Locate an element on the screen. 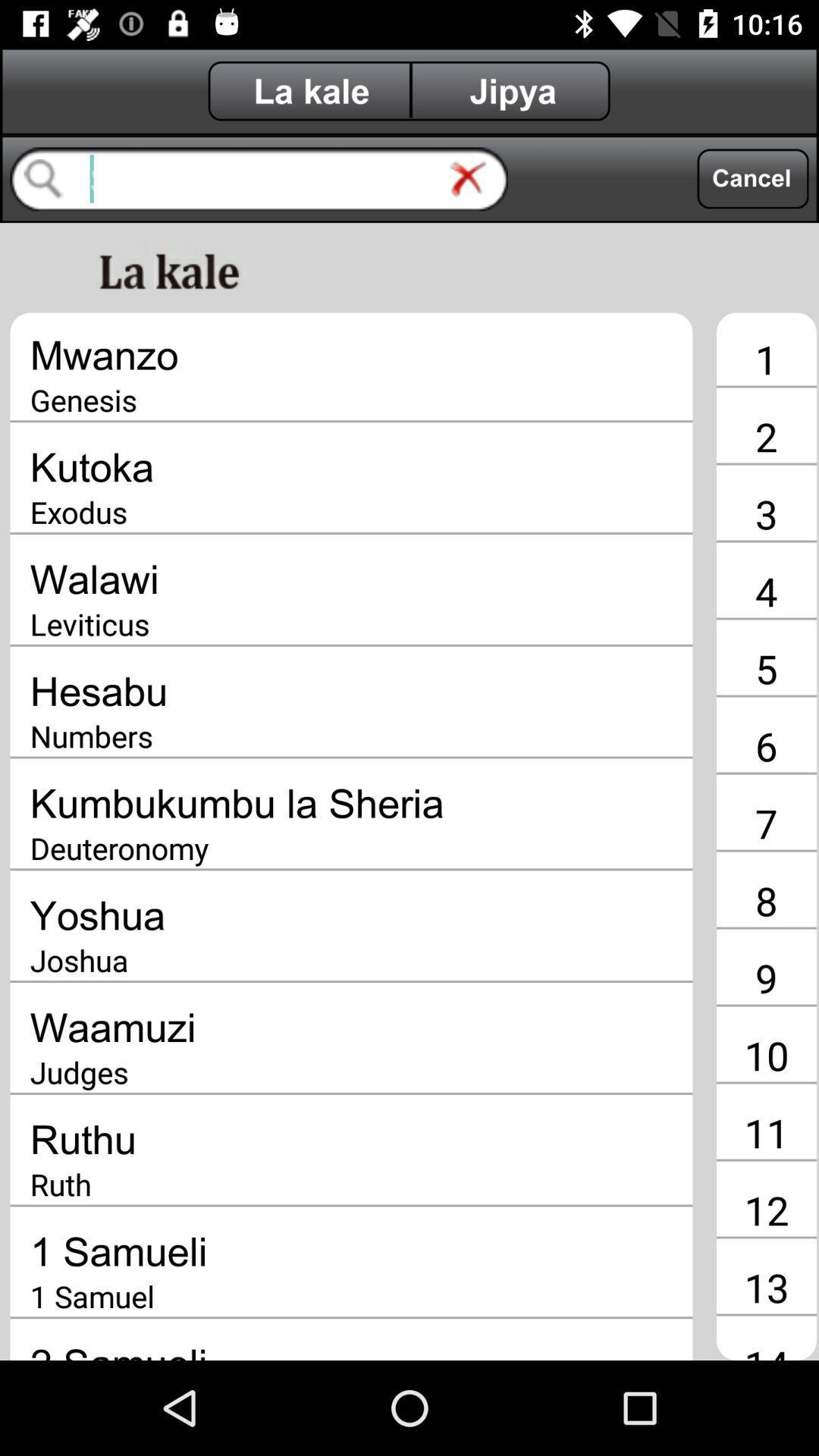  13 app is located at coordinates (766, 1286).